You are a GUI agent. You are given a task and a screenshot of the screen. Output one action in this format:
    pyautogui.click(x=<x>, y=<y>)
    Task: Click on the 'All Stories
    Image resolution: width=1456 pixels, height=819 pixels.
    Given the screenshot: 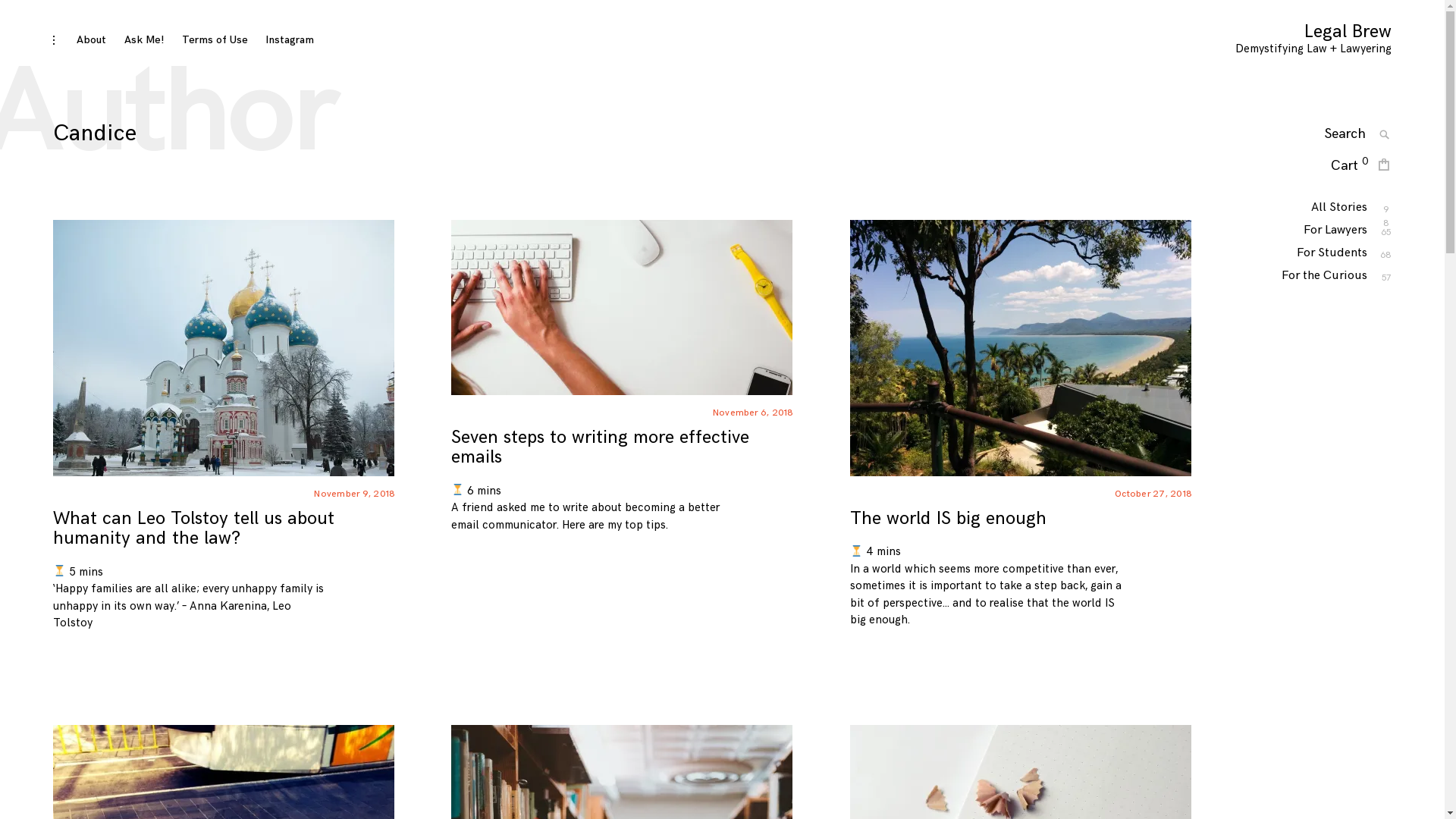 What is the action you would take?
    pyautogui.click(x=1339, y=207)
    